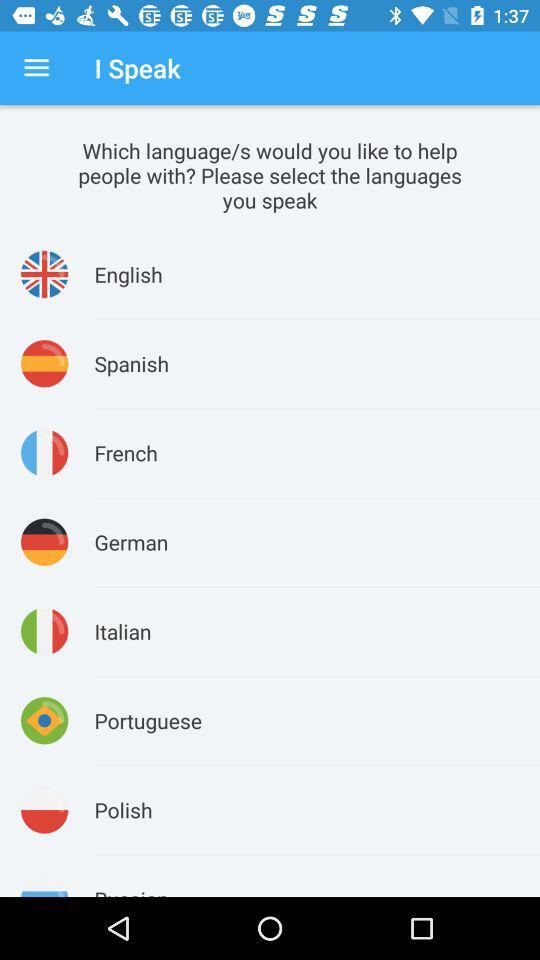 The height and width of the screenshot is (960, 540). I want to click on item to the left of i speak, so click(36, 68).